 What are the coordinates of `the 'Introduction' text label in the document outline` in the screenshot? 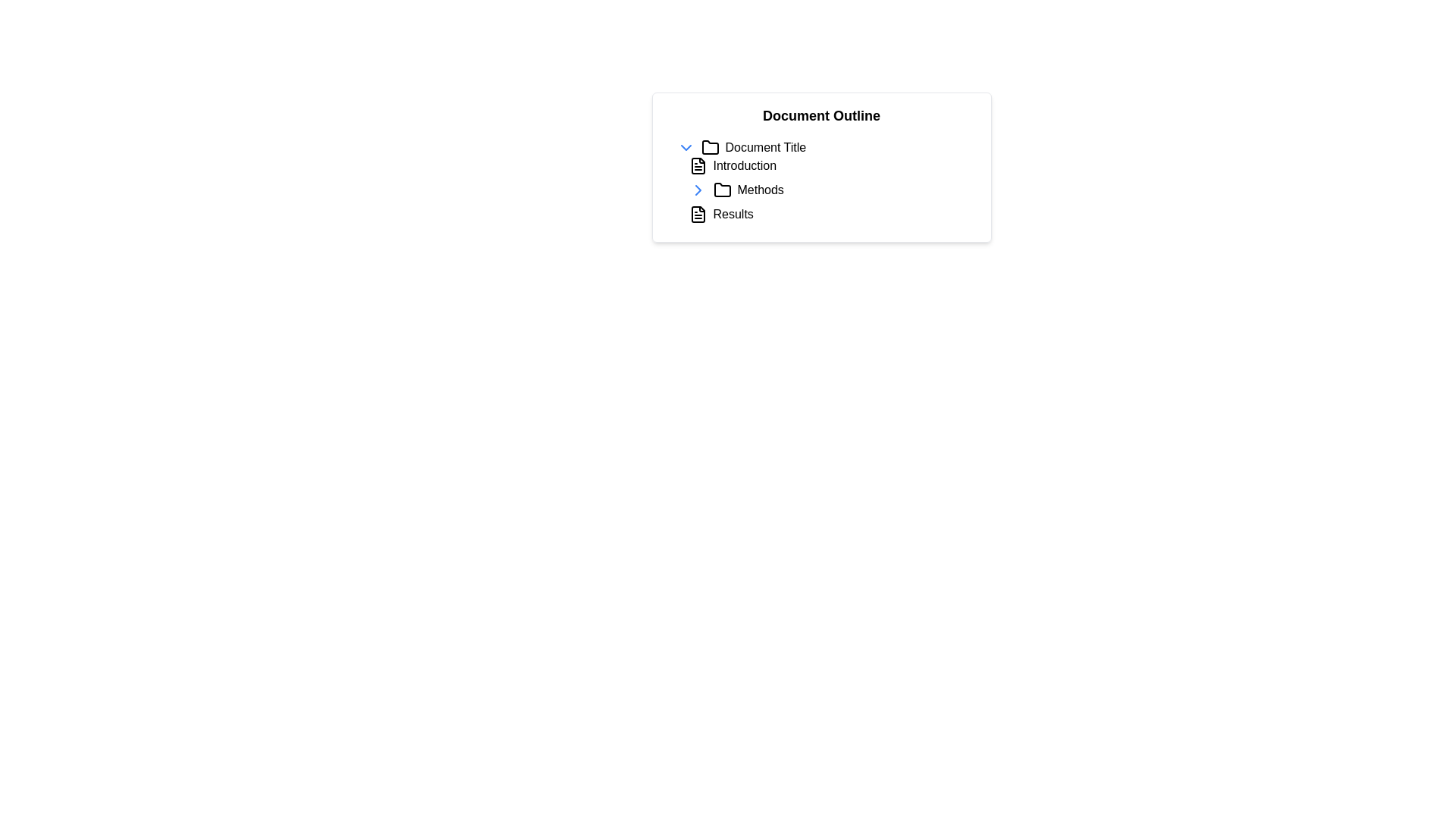 It's located at (745, 166).